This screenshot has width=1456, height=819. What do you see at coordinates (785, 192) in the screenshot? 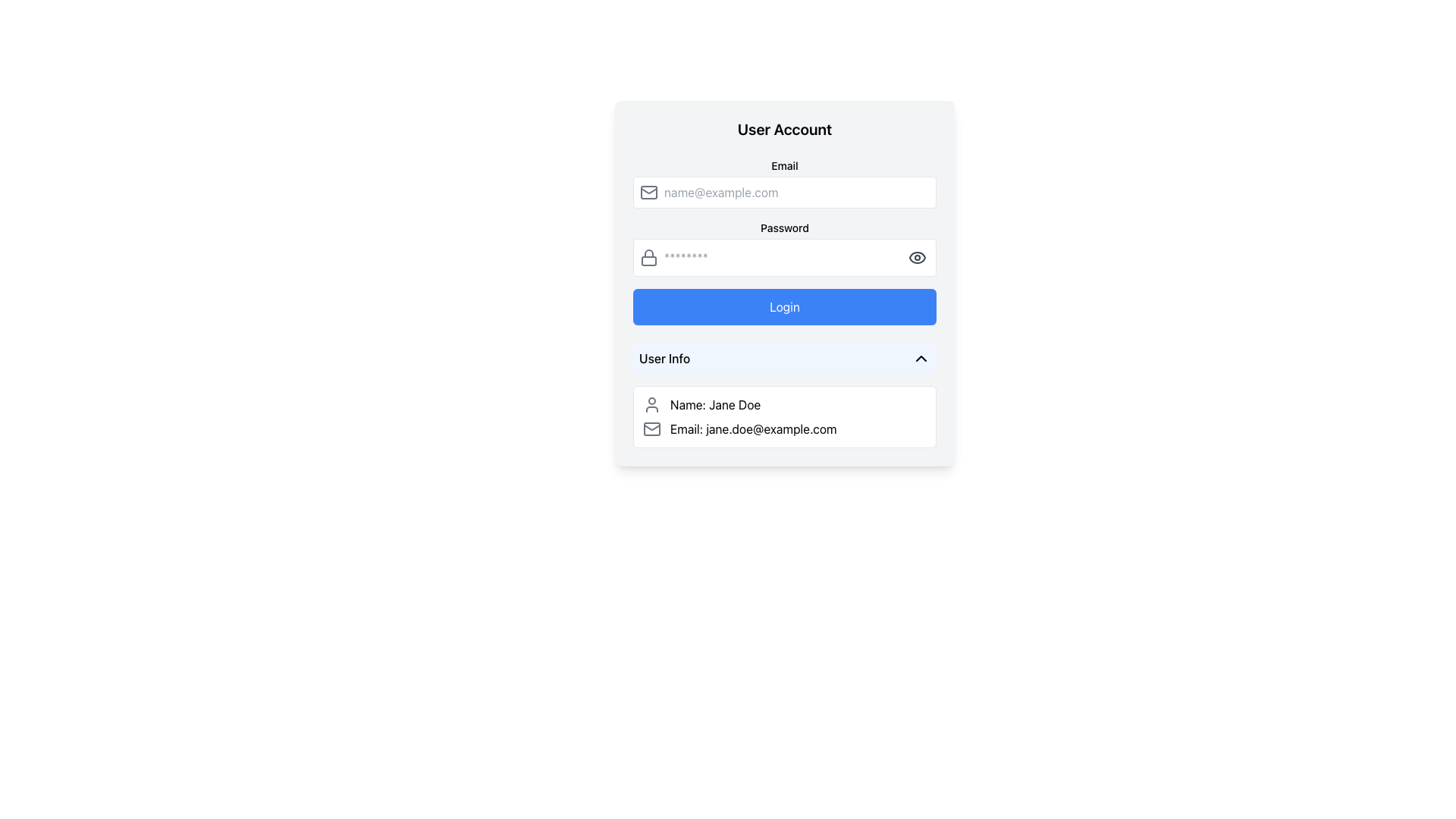
I see `the rectangular input field for email labeled 'User Account' to focus it` at bounding box center [785, 192].